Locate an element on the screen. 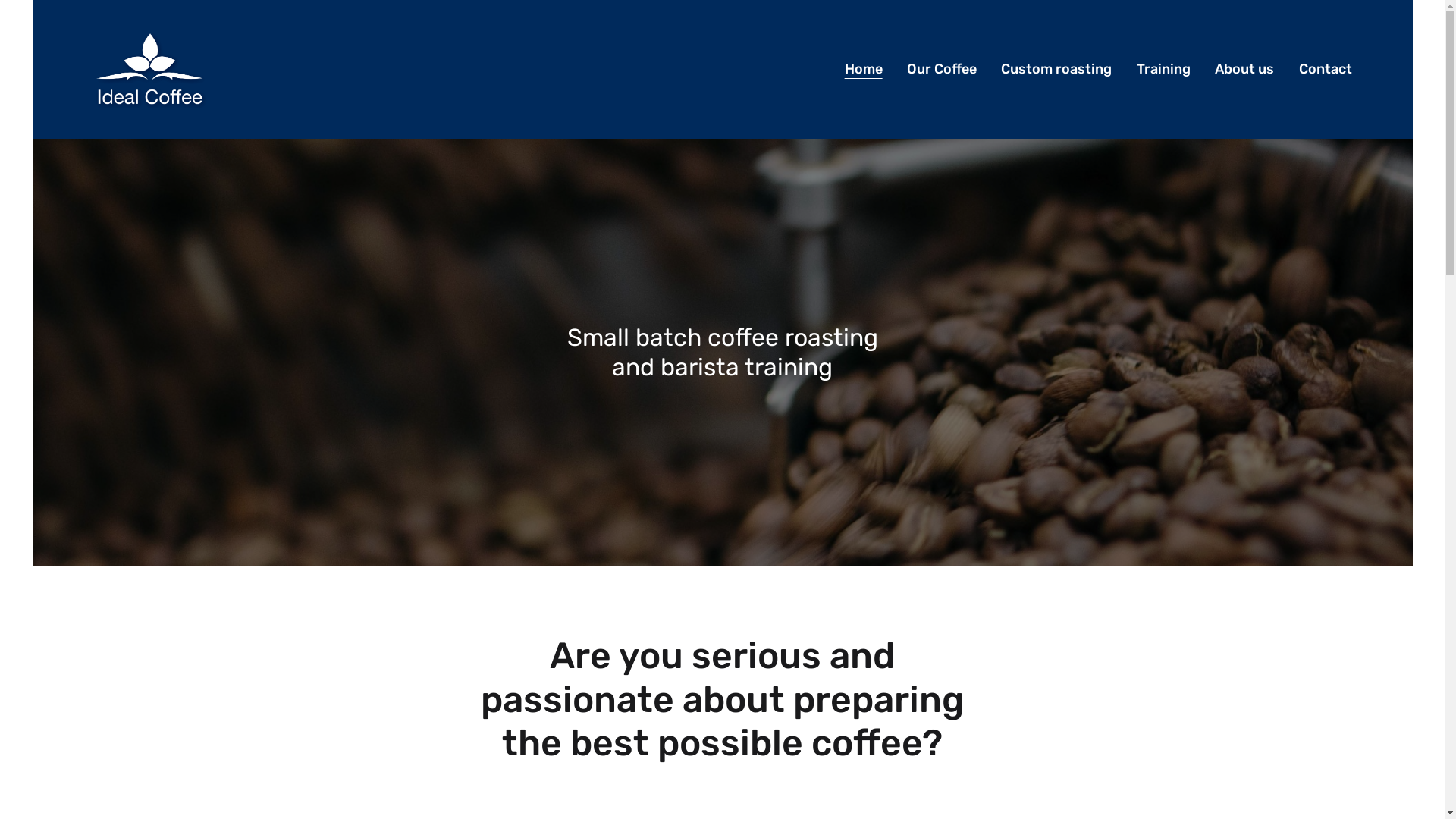 The width and height of the screenshot is (1456, 819). 'Training' is located at coordinates (1163, 69).